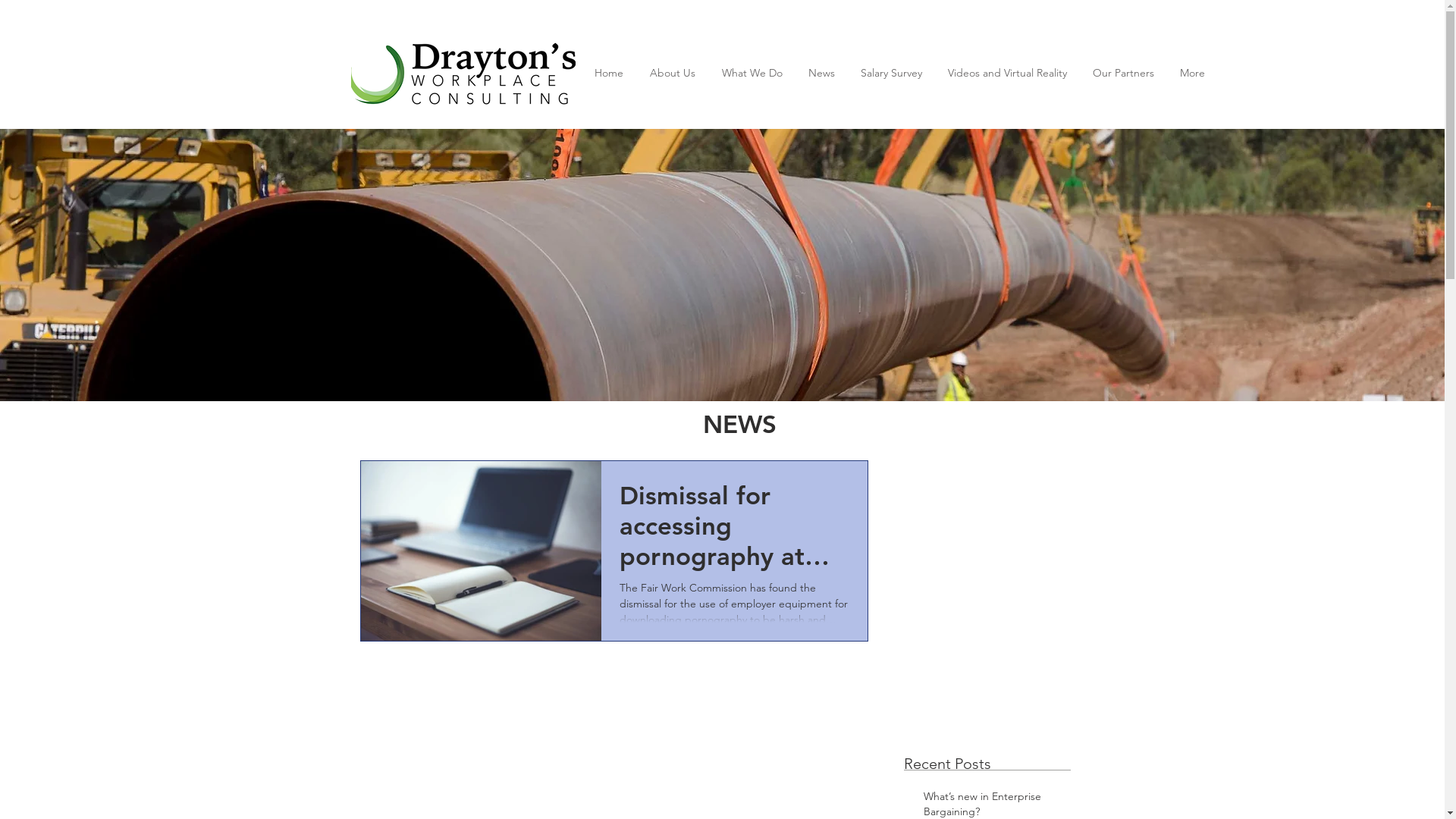 This screenshot has width=1456, height=819. What do you see at coordinates (751, 73) in the screenshot?
I see `'What We Do'` at bounding box center [751, 73].